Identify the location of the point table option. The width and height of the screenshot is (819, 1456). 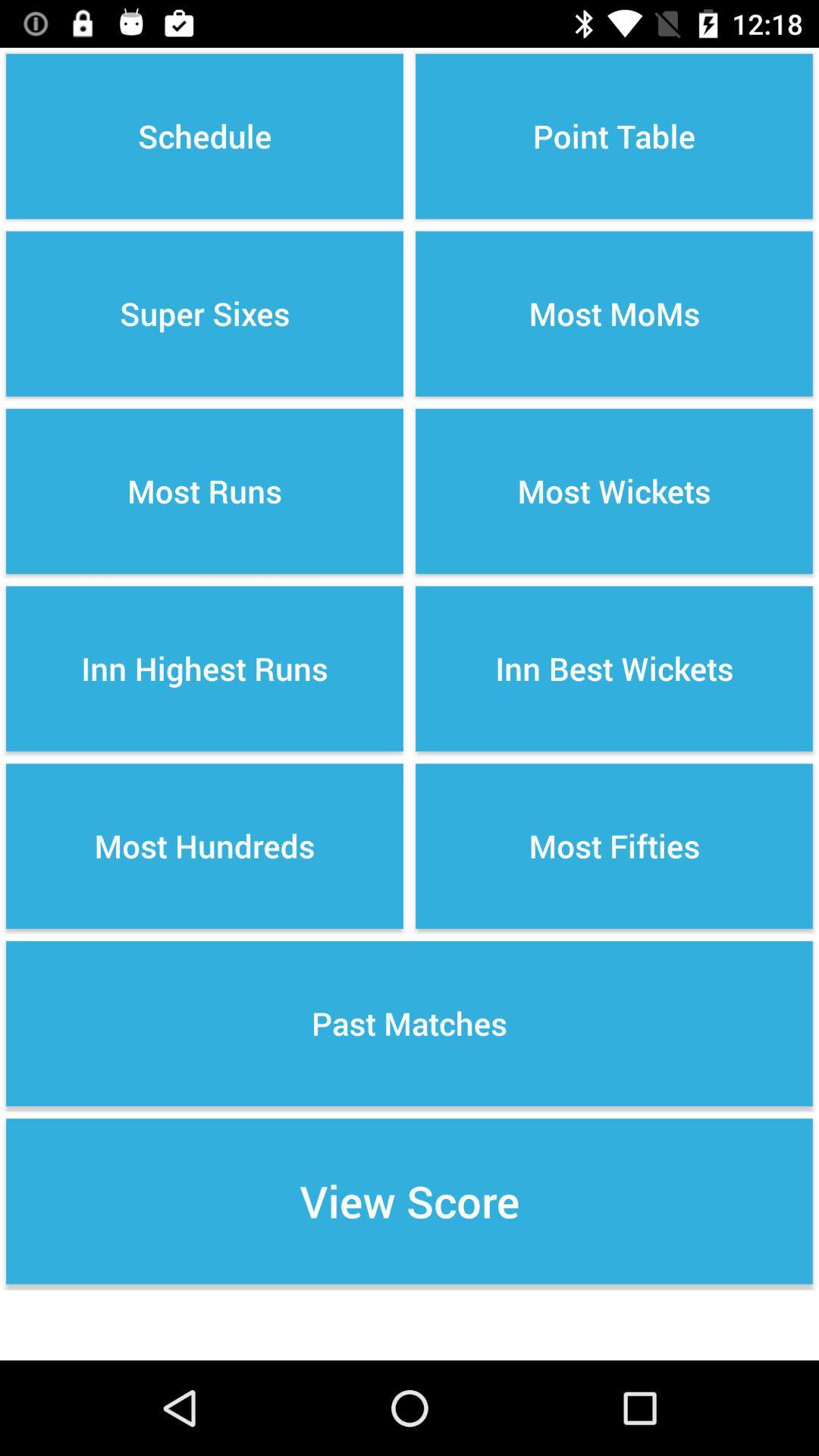
(614, 136).